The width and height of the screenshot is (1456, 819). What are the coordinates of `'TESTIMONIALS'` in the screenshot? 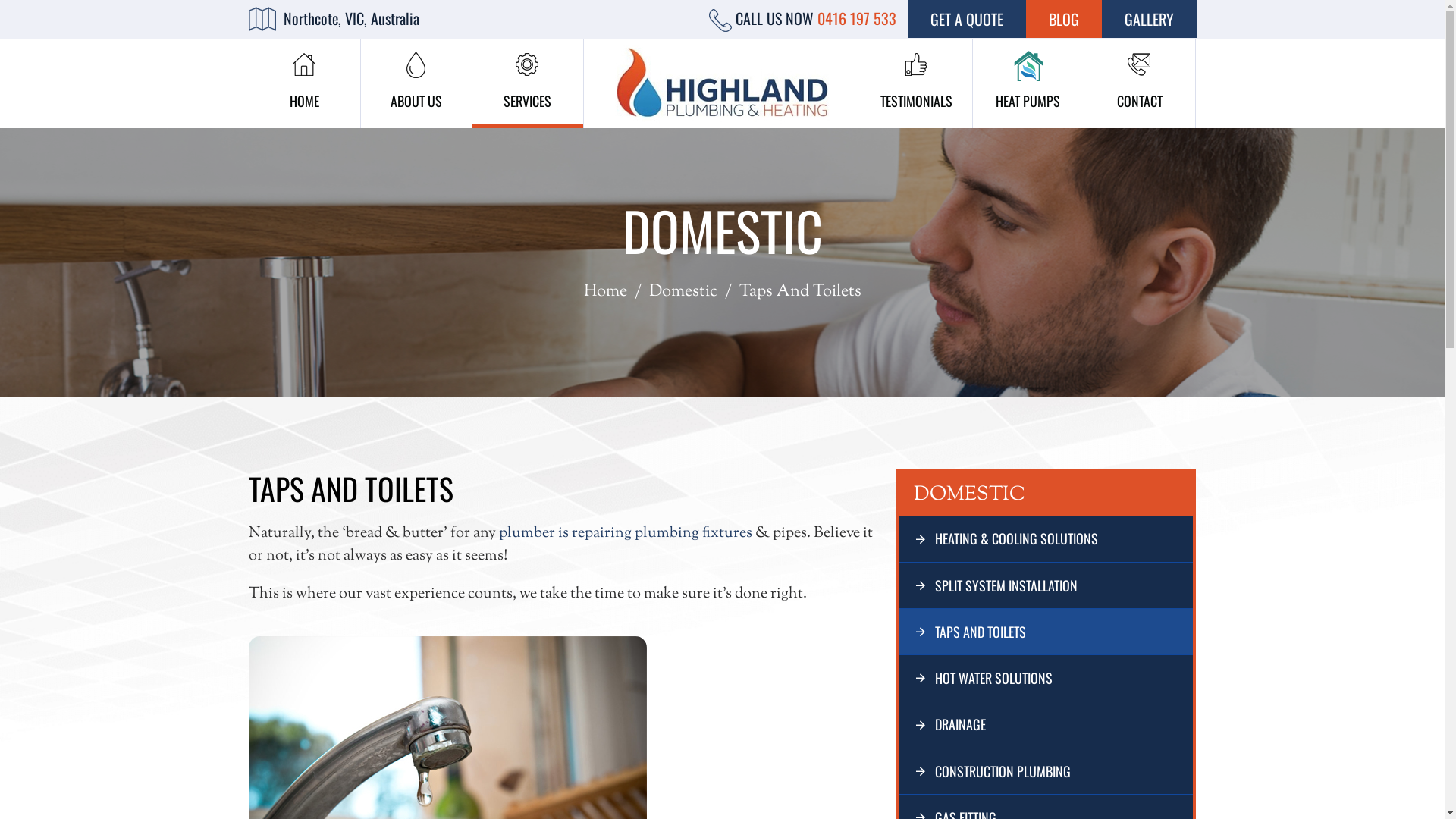 It's located at (916, 83).